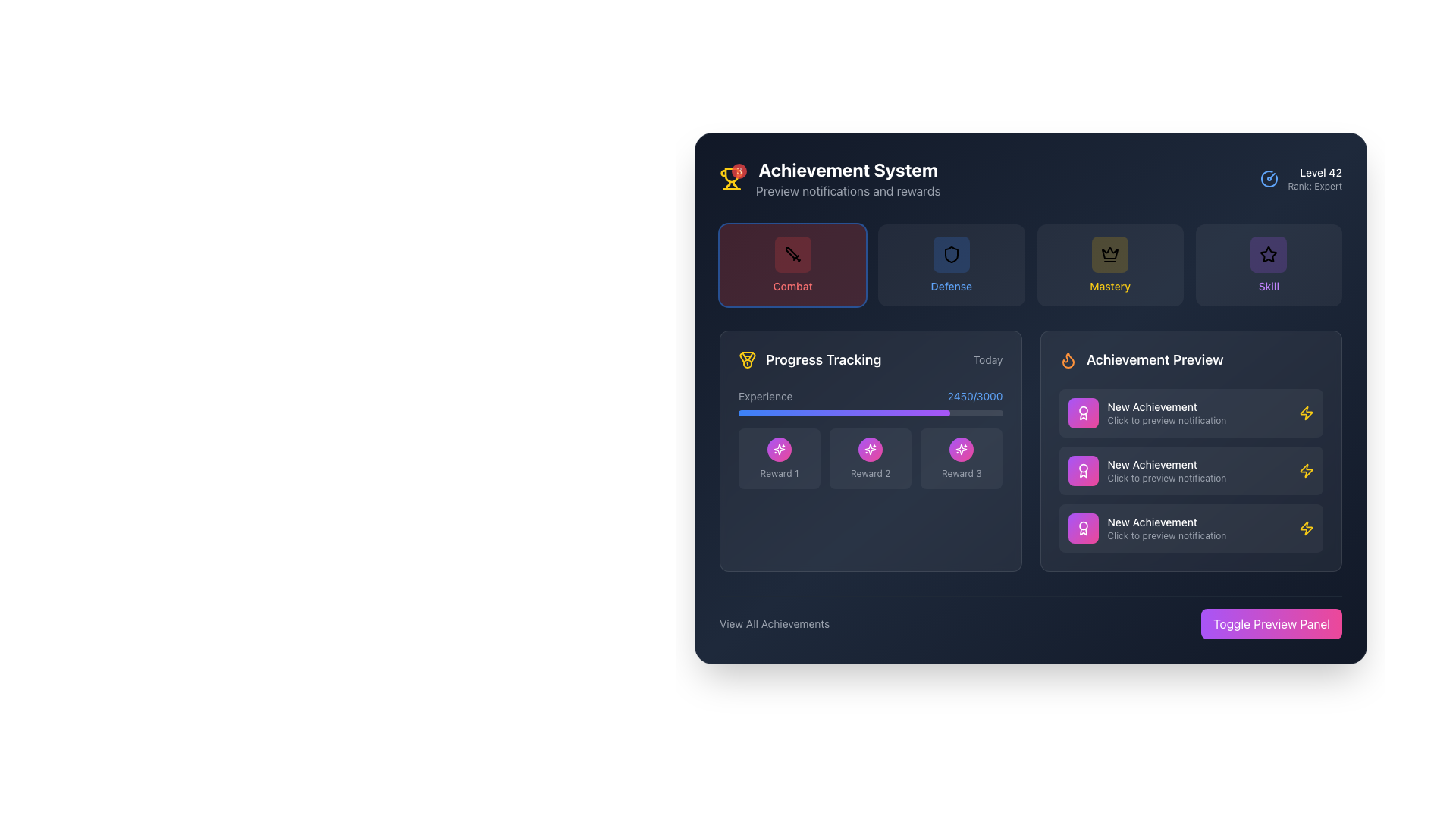 This screenshot has height=819, width=1456. Describe the element at coordinates (1190, 359) in the screenshot. I see `the header labeled 'Achievement Preview' which features a bold white text and an orange flame icon, located at the top of the right panel` at that location.